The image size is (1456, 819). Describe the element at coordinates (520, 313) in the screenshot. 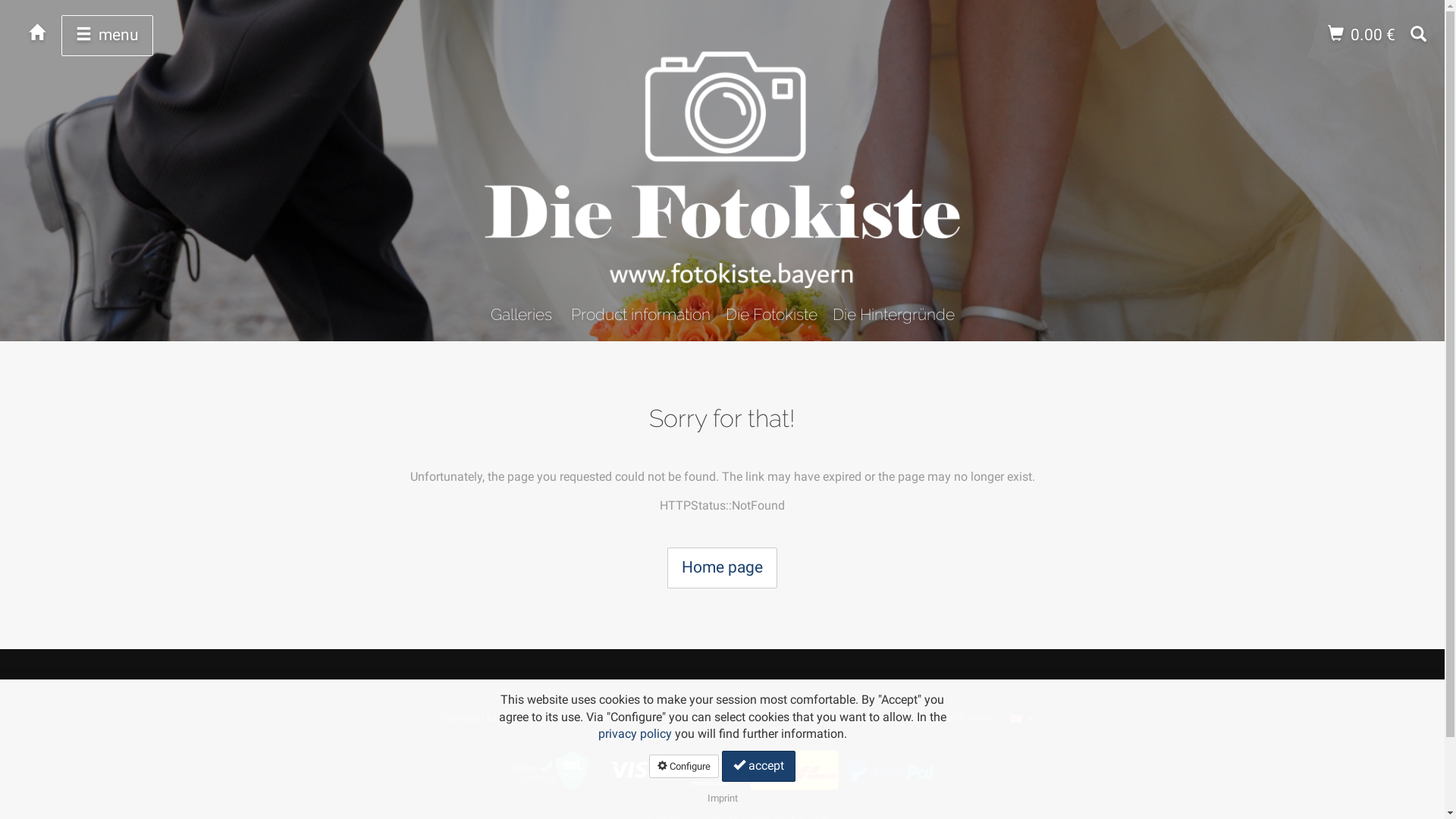

I see `'Galleries'` at that location.